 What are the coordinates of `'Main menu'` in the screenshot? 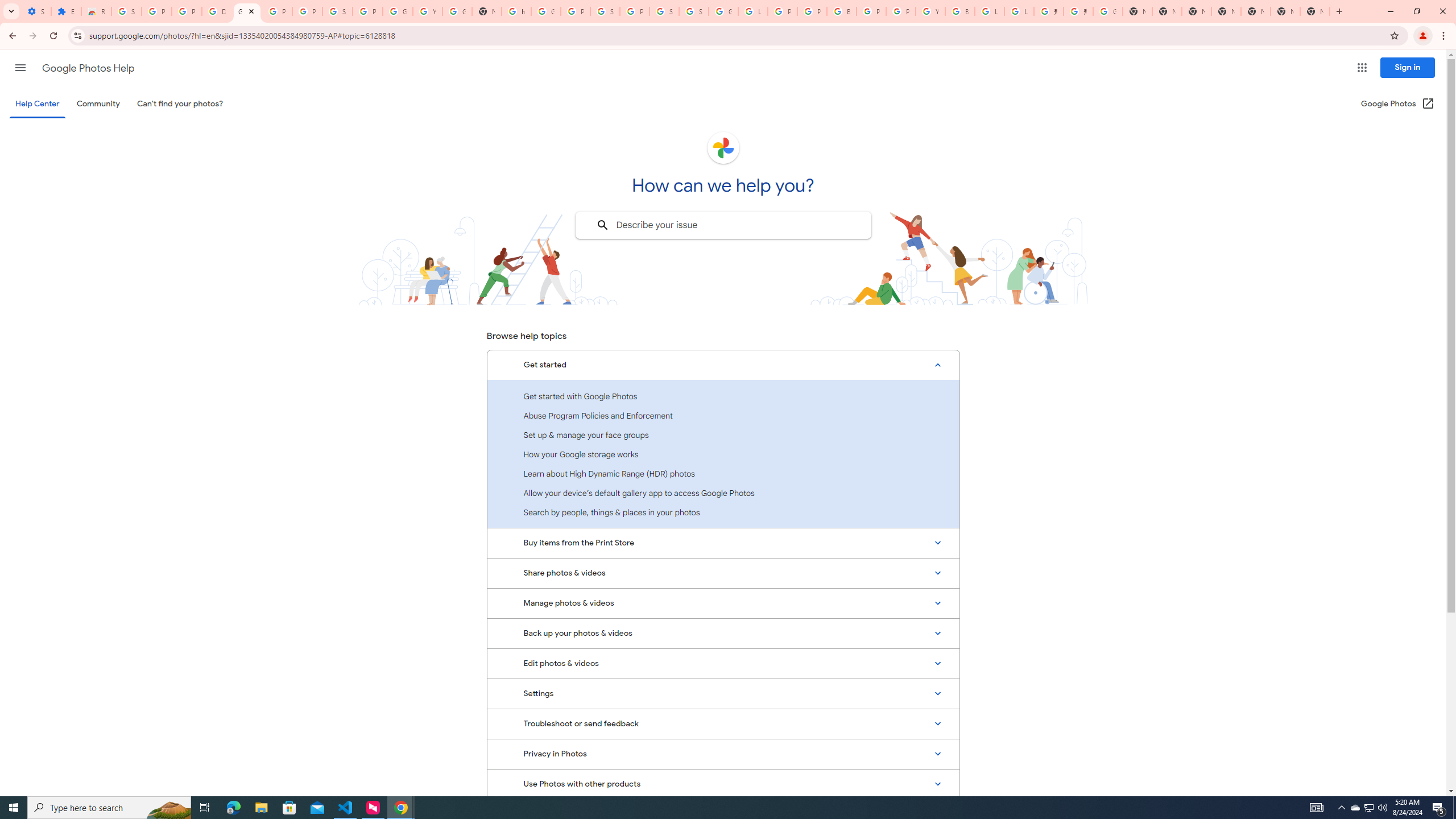 It's located at (19, 67).